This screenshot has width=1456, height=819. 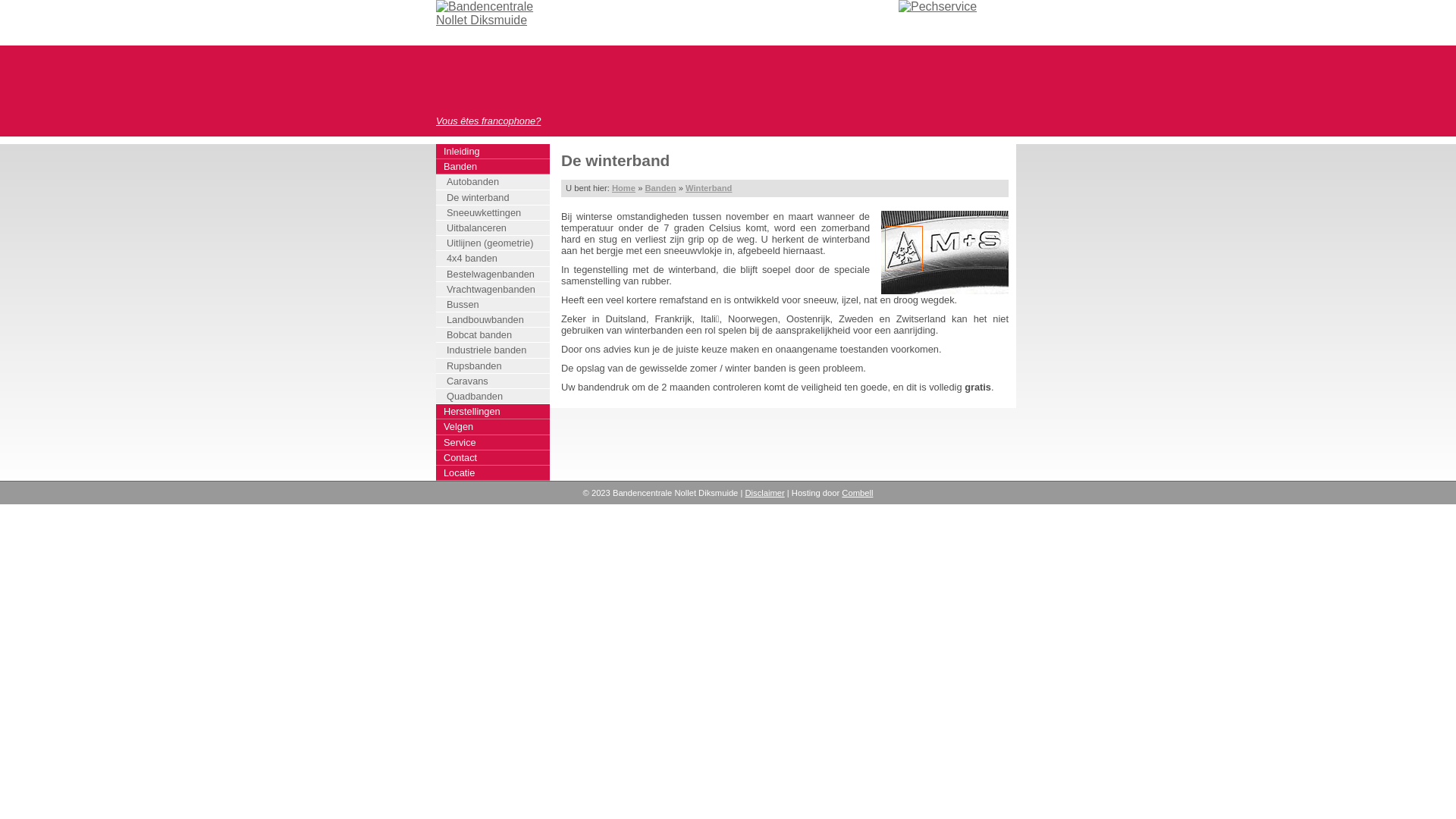 I want to click on 'Industriele banden', so click(x=494, y=350).